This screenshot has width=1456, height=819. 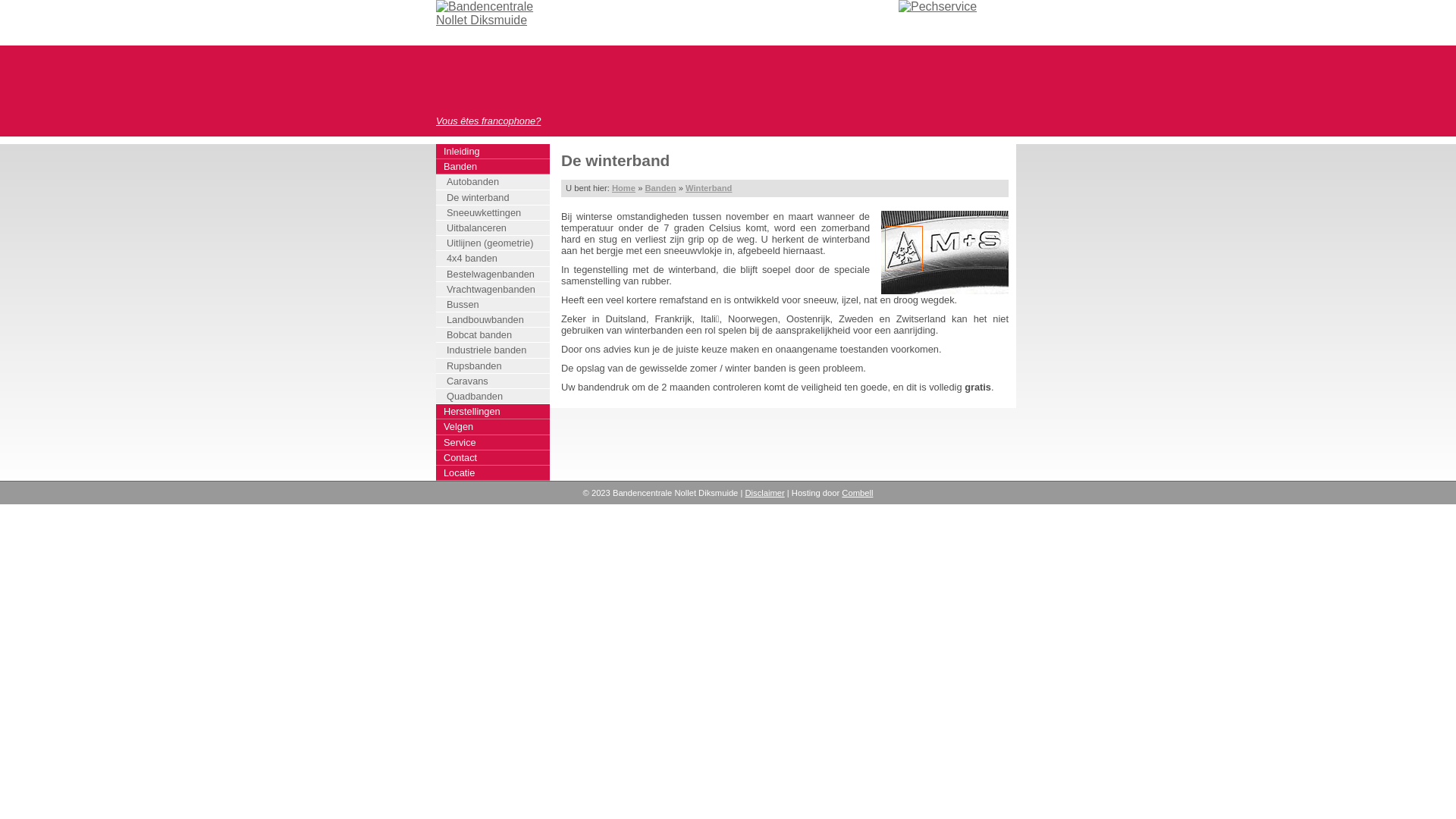 I want to click on 'Industriele banden', so click(x=494, y=350).